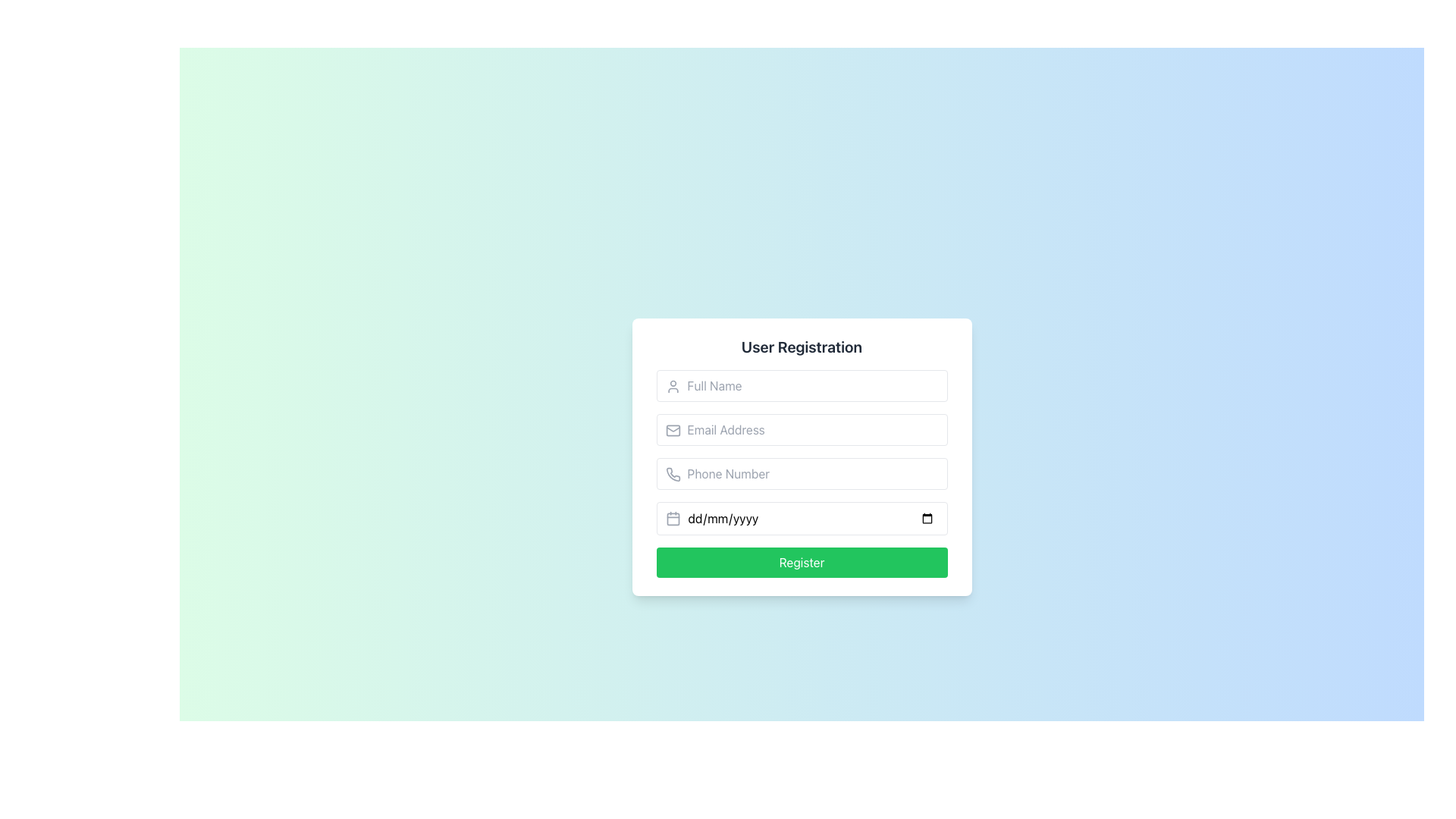 The width and height of the screenshot is (1456, 819). I want to click on the phone icon located to the left of the 'Phone Number' input field in the third input row of the user registration form, so click(672, 473).